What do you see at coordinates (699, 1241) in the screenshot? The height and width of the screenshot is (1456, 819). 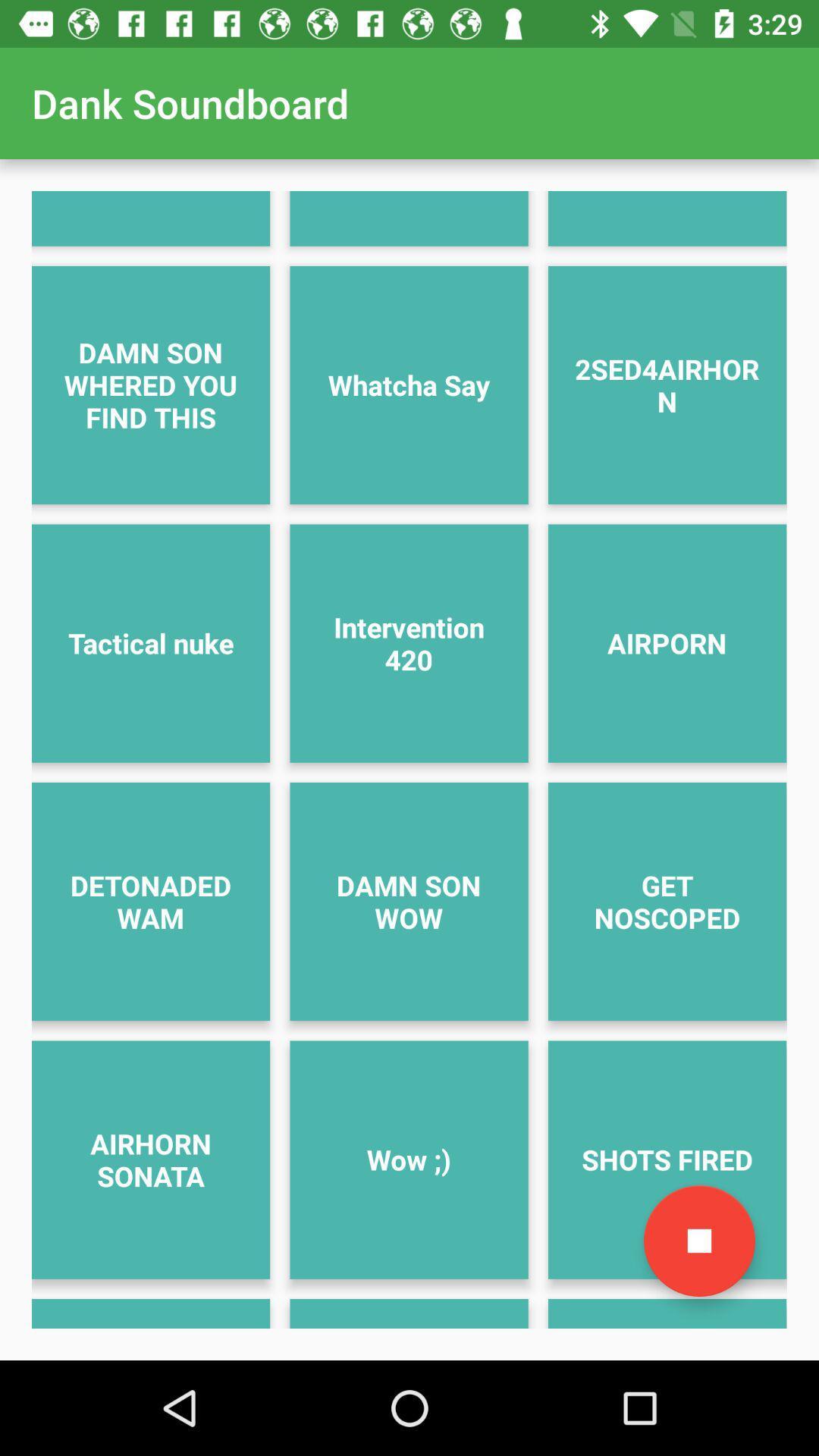 I see `stop sound` at bounding box center [699, 1241].